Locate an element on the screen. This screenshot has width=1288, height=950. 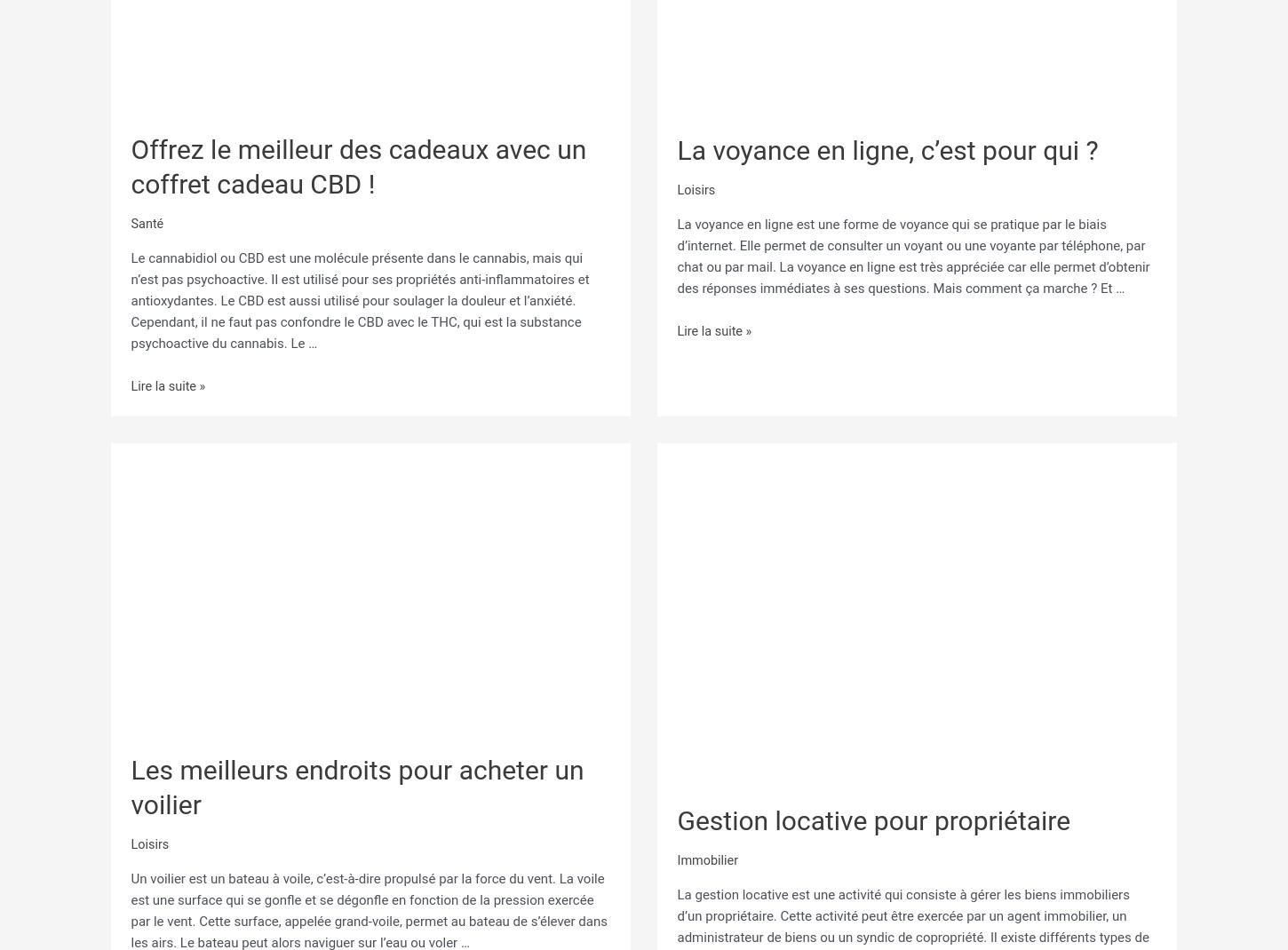
'Offrez le meilleur des cadeaux avec un coffret cadeau CBD !' is located at coordinates (357, 162).